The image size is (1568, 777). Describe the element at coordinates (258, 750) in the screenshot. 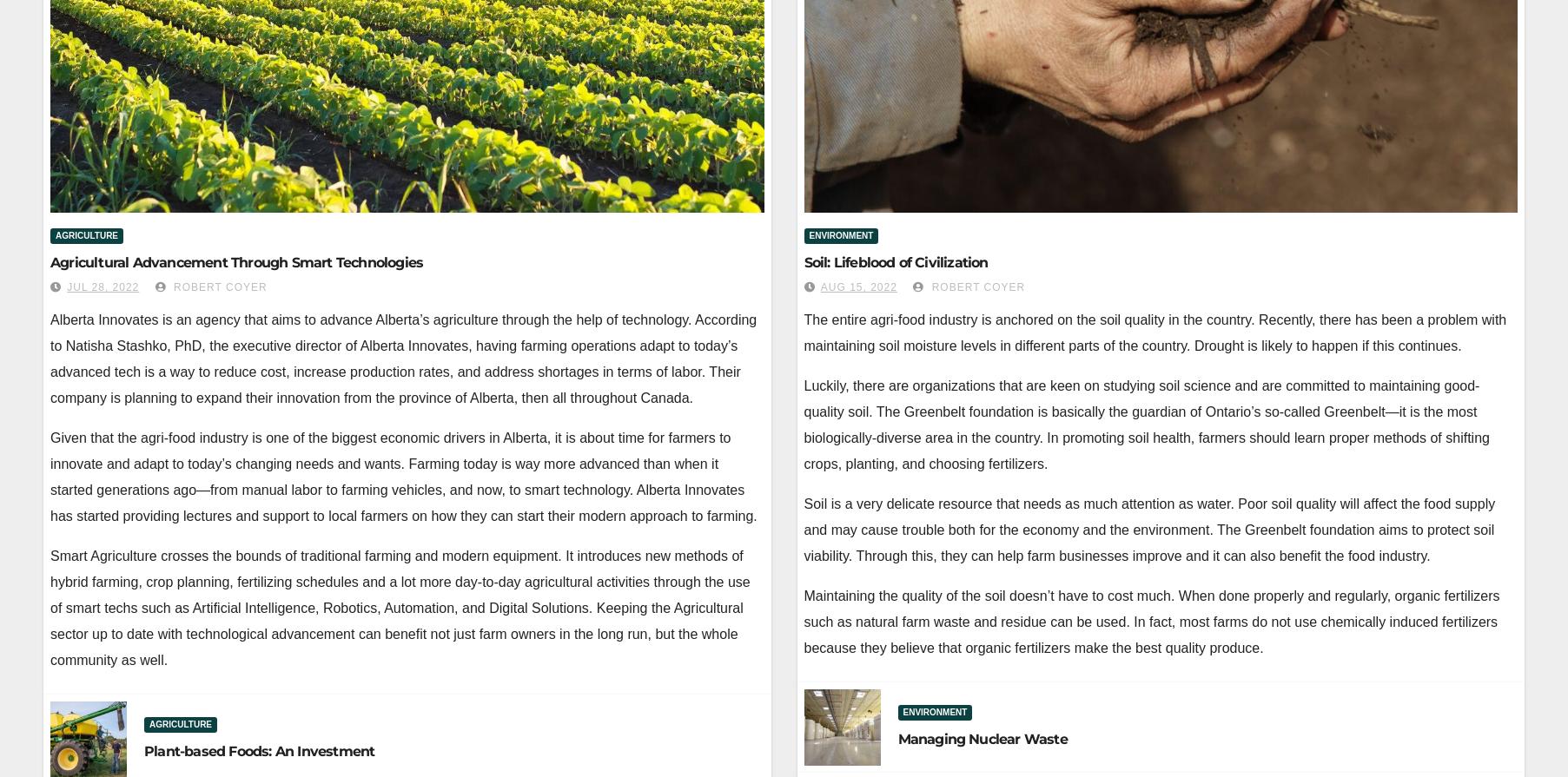

I see `'Plant-based Foods: An Investment'` at that location.